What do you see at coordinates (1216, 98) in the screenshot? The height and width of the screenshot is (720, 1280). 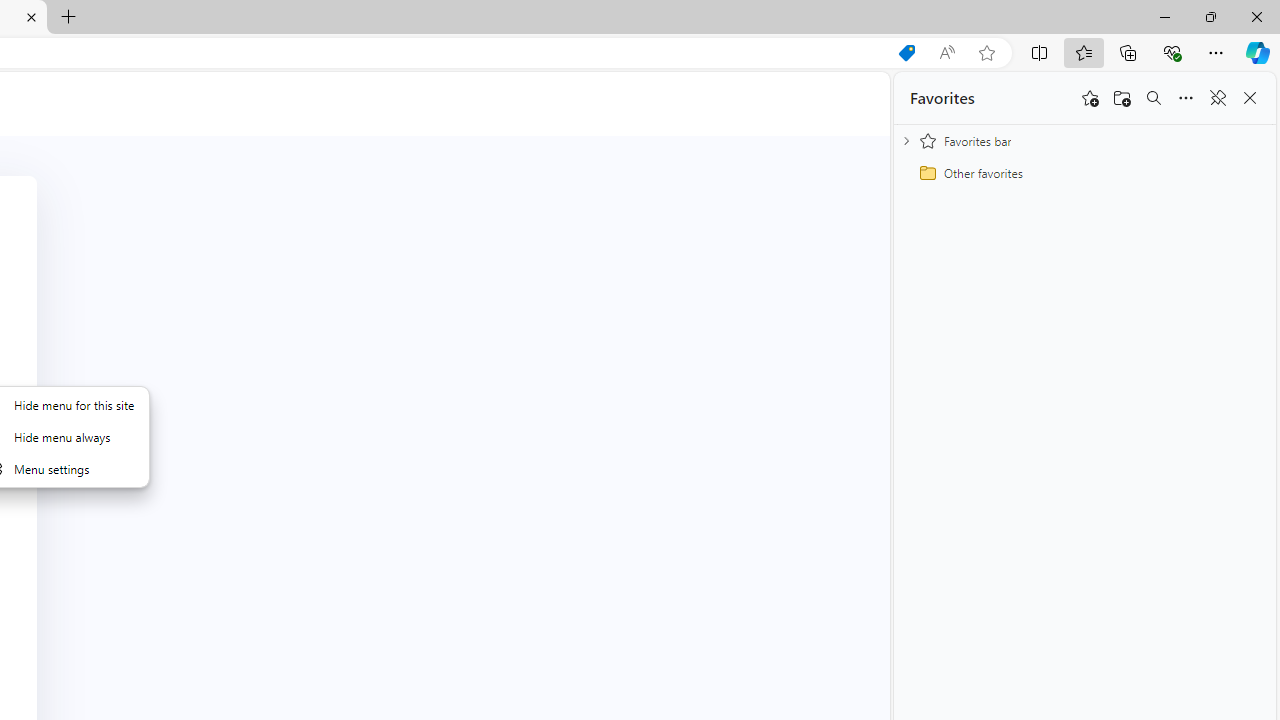 I see `'Unpin favorites'` at bounding box center [1216, 98].